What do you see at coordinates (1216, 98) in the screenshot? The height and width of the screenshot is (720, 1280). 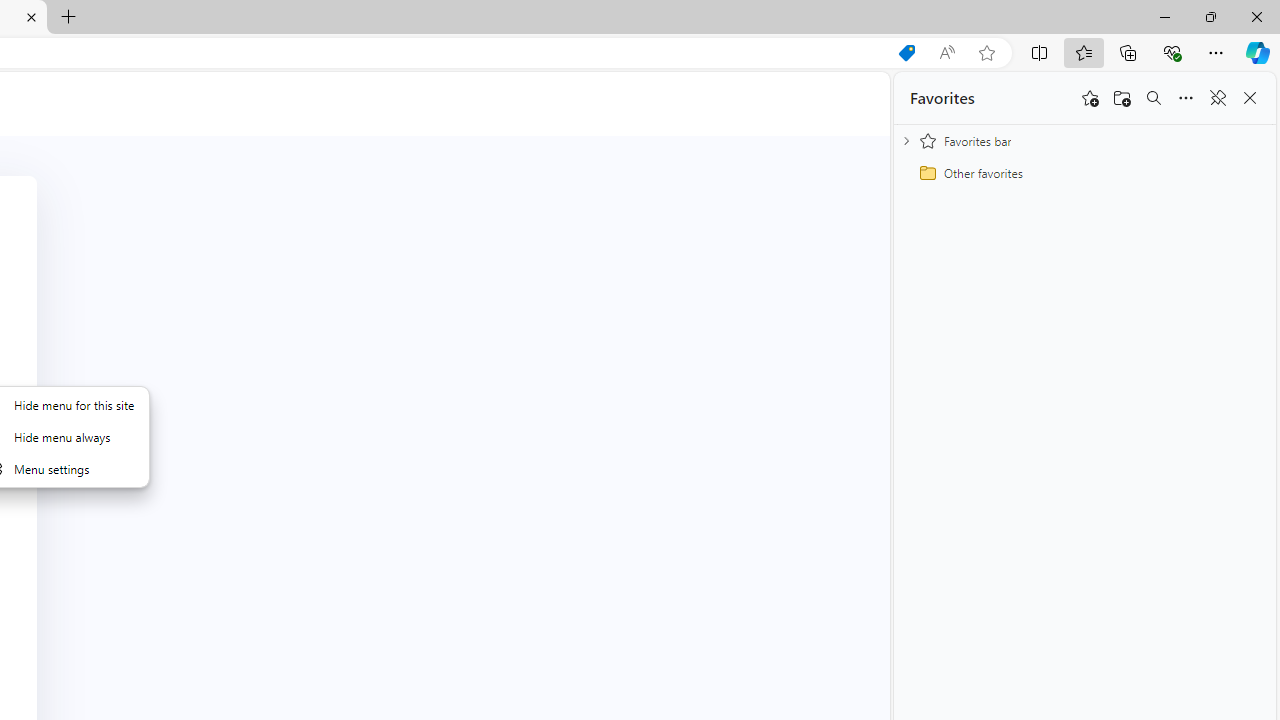 I see `'Unpin favorites'` at bounding box center [1216, 98].